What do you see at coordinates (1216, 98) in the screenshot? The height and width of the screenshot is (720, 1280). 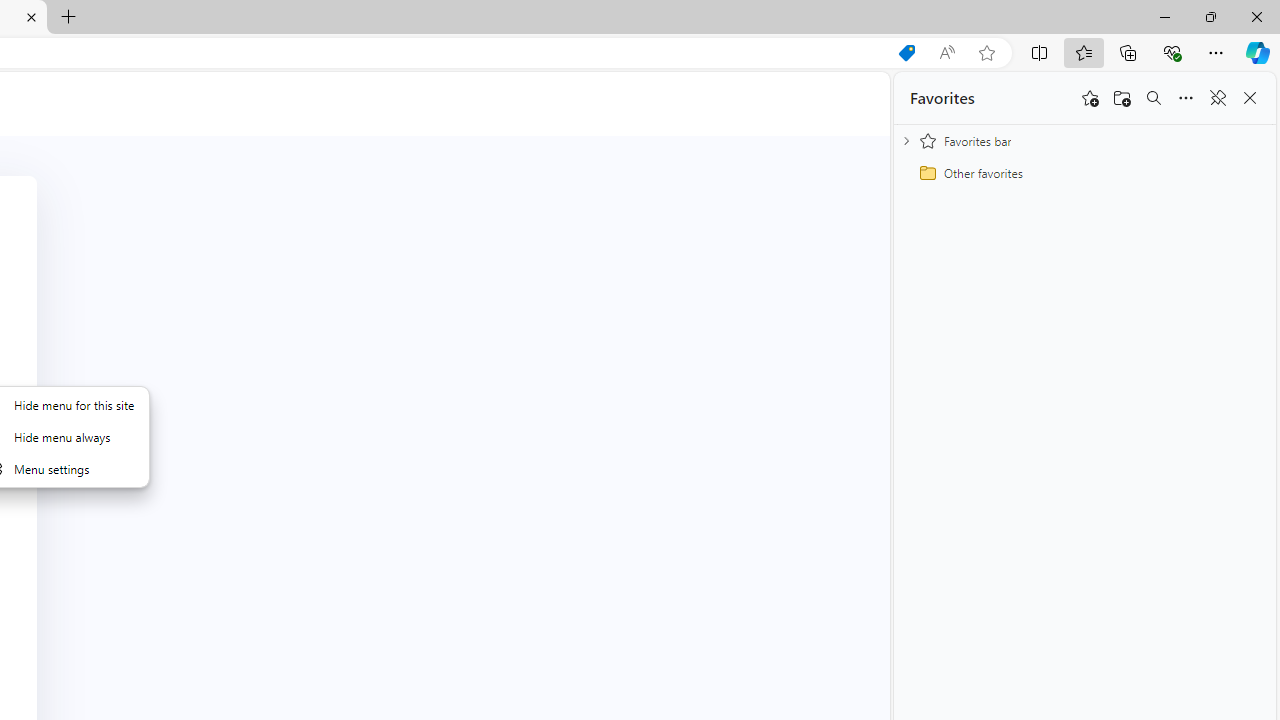 I see `'Unpin favorites'` at bounding box center [1216, 98].